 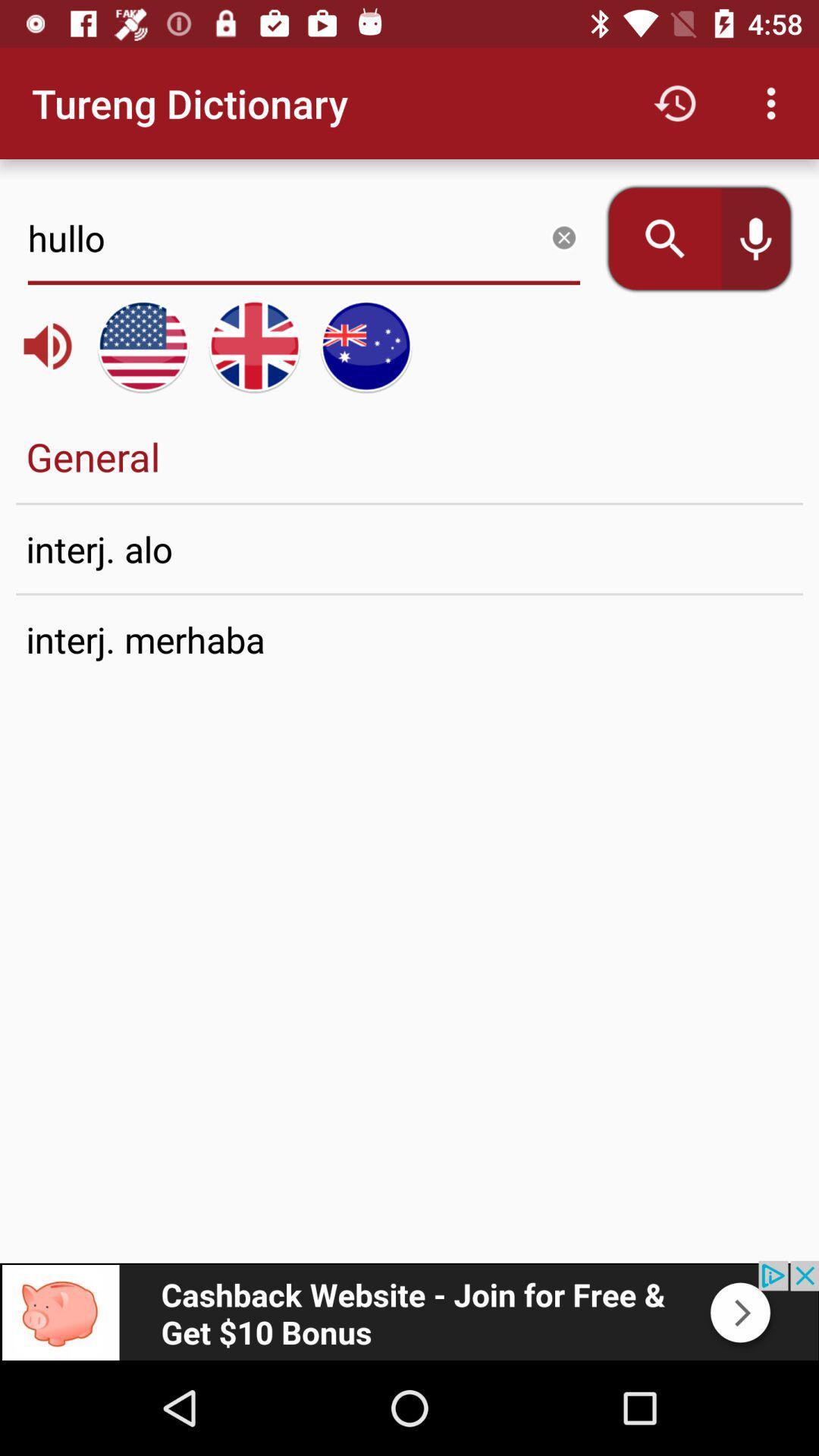 I want to click on advertisement, so click(x=409, y=1310).